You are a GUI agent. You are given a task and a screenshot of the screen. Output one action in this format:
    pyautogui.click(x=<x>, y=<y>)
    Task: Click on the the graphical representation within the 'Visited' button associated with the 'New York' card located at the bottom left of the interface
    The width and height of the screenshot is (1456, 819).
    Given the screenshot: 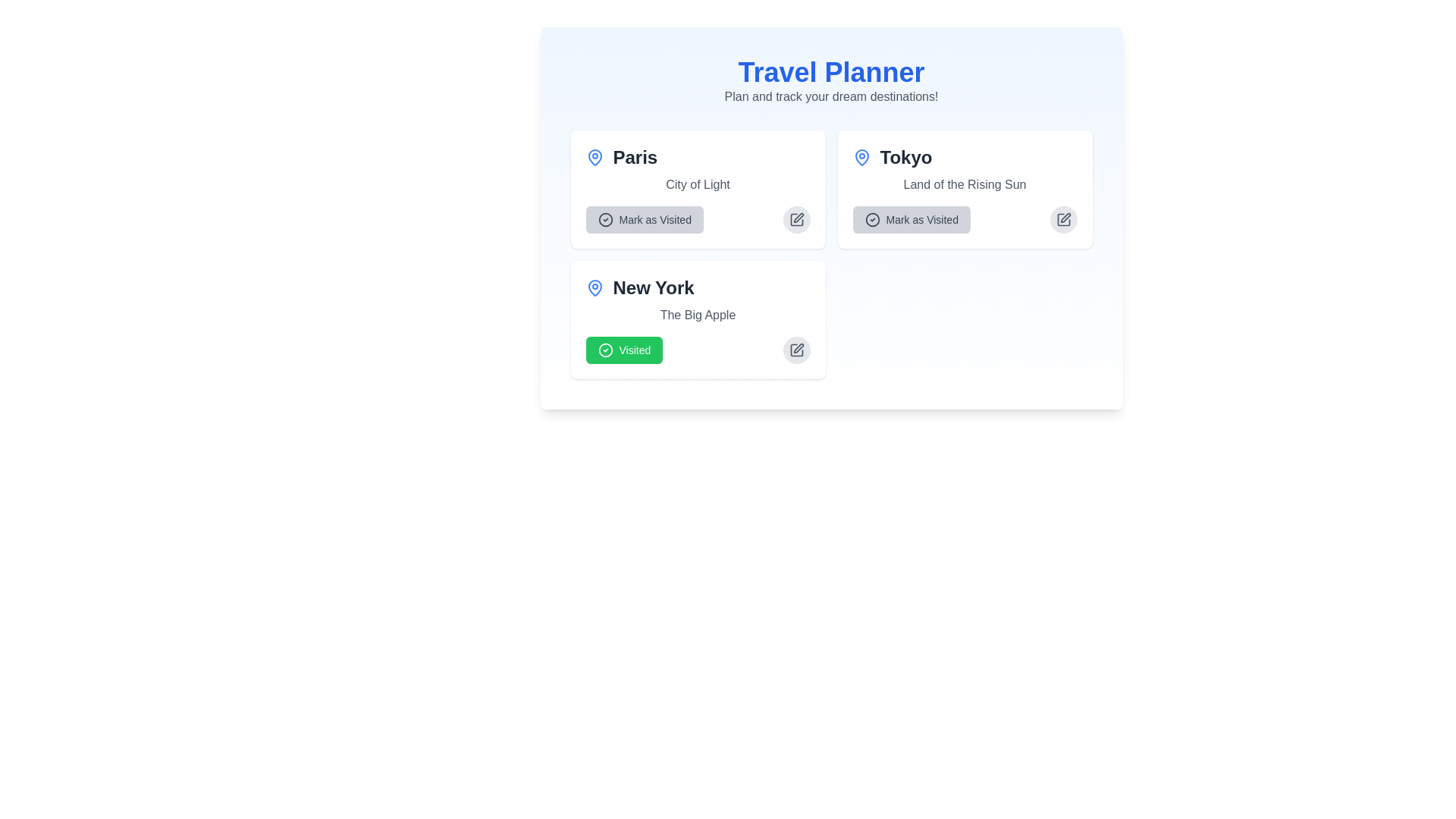 What is the action you would take?
    pyautogui.click(x=604, y=350)
    